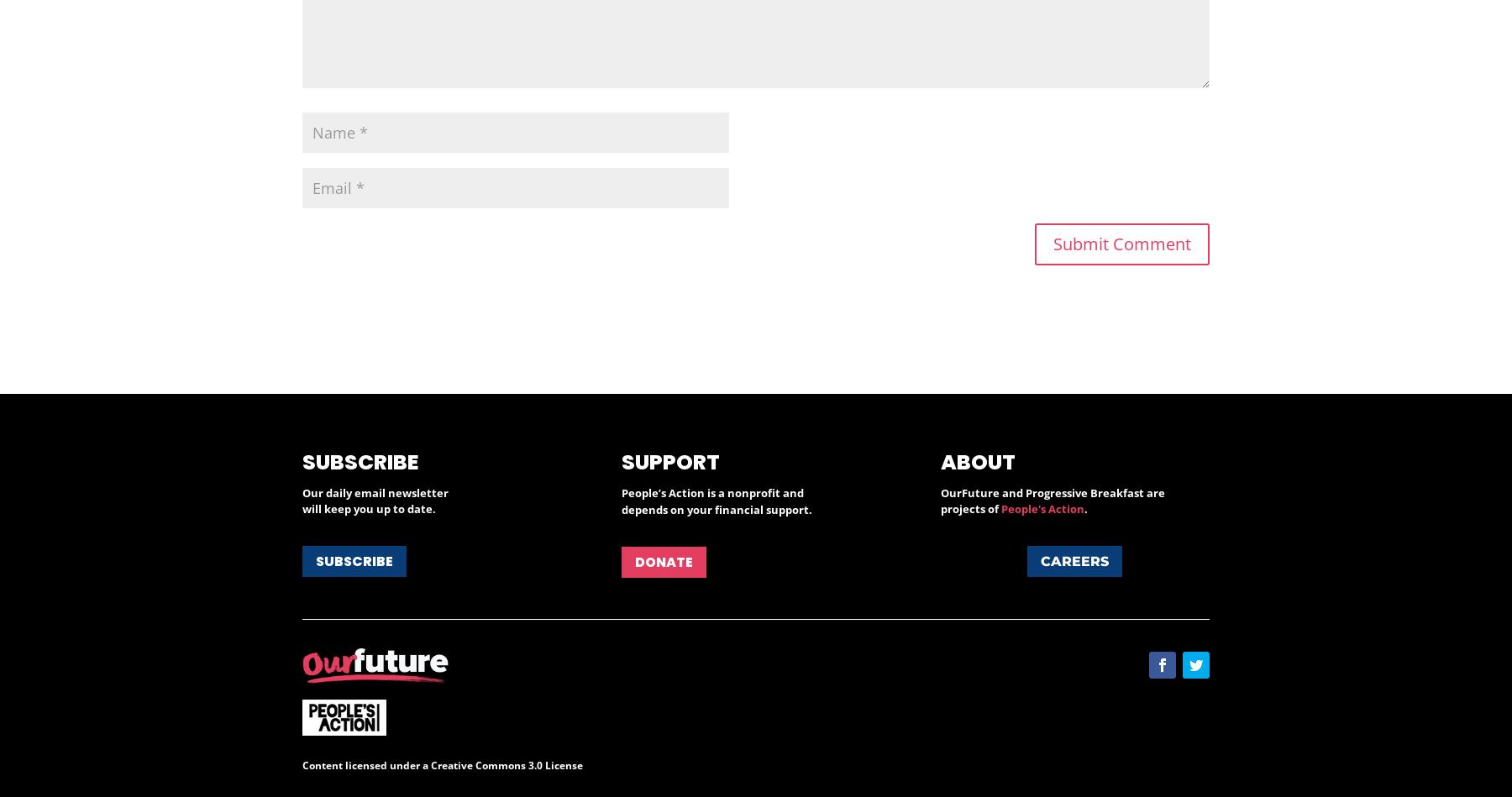 The image size is (1512, 797). What do you see at coordinates (1052, 501) in the screenshot?
I see `'OurFuture and Progressive Breakfast are projects of'` at bounding box center [1052, 501].